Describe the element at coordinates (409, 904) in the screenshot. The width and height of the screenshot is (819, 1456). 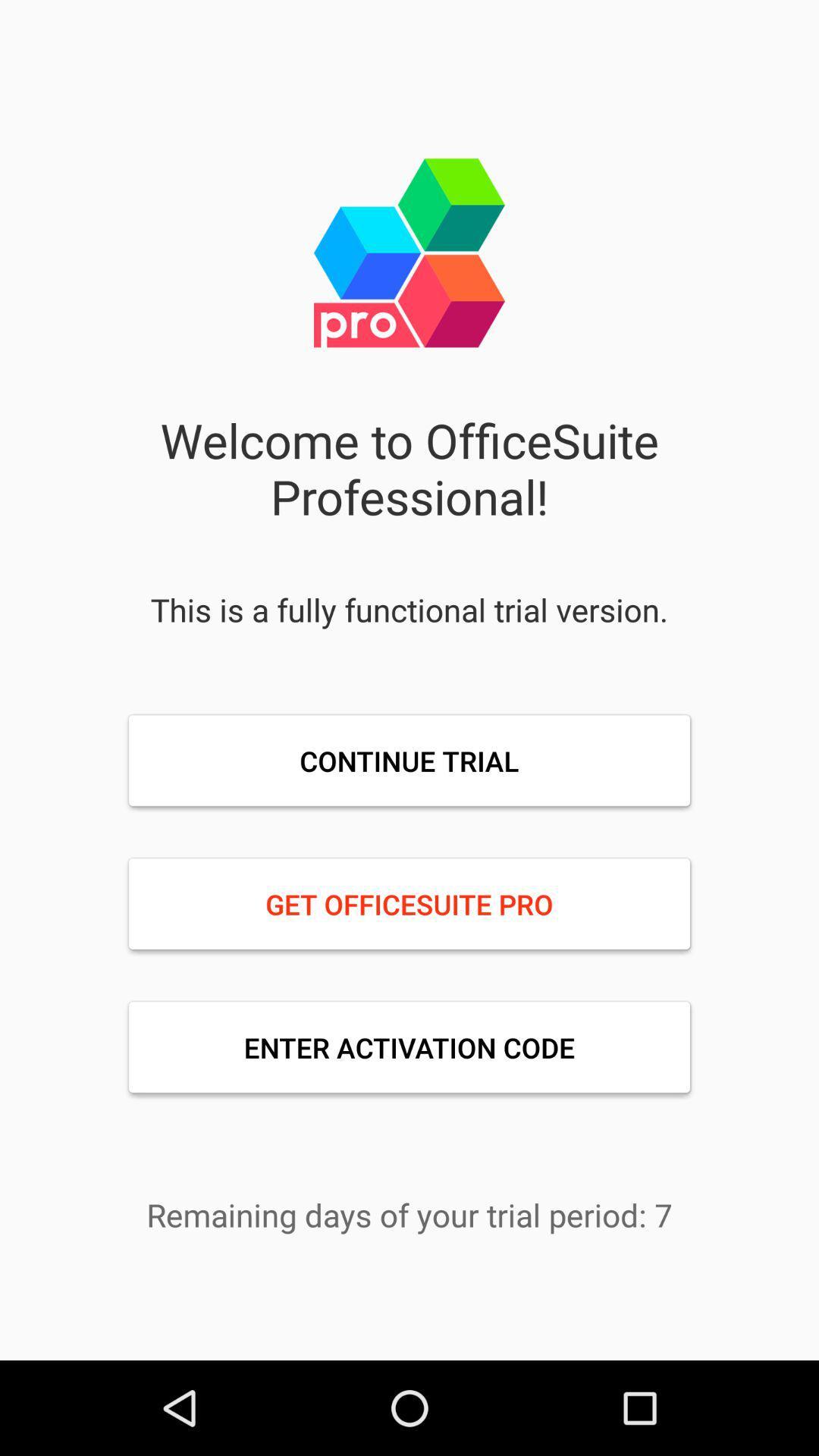
I see `icon above enter activation code icon` at that location.